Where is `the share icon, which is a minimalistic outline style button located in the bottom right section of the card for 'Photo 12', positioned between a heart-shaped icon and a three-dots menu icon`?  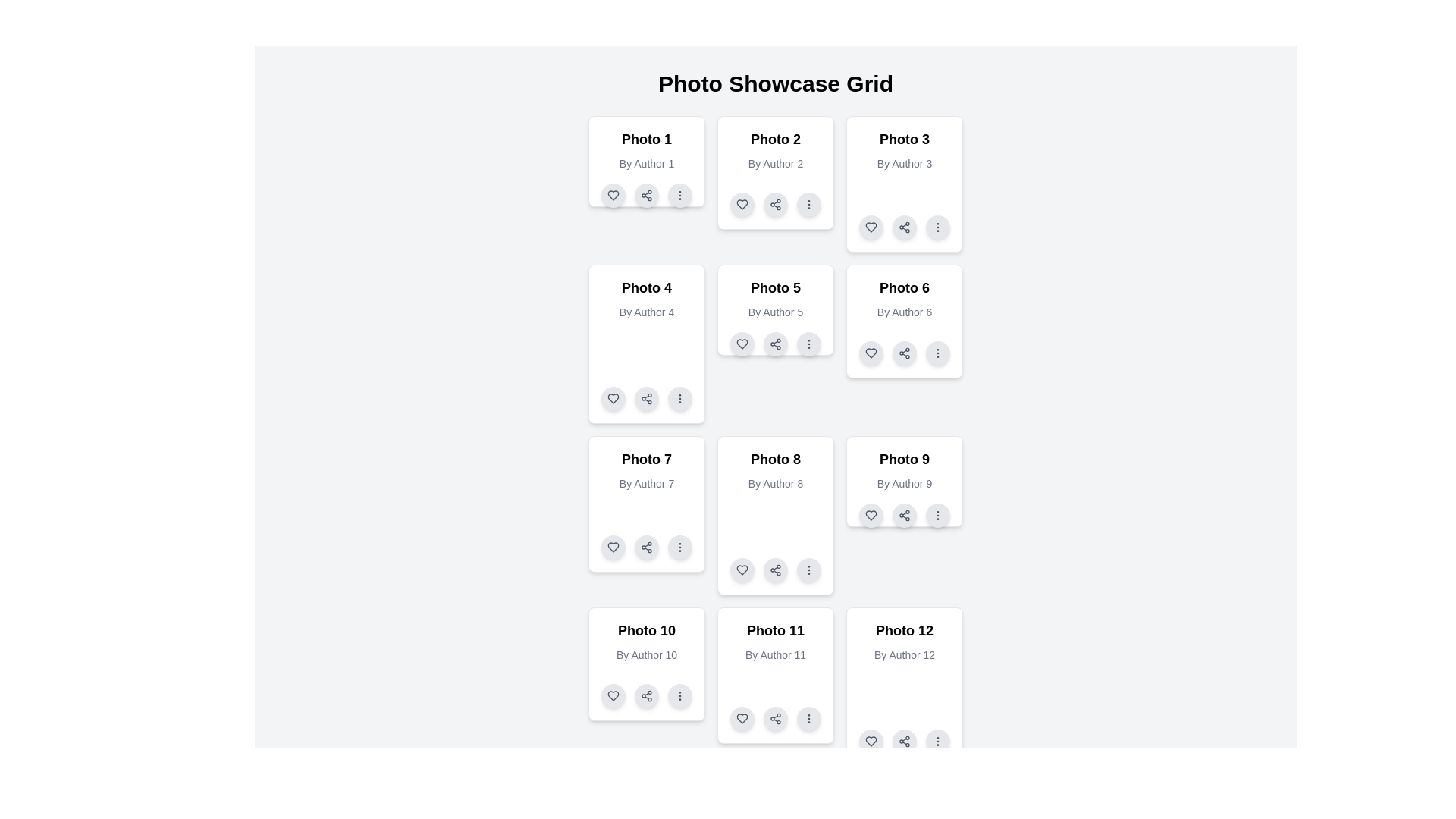
the share icon, which is a minimalistic outline style button located in the bottom right section of the card for 'Photo 12', positioned between a heart-shaped icon and a three-dots menu icon is located at coordinates (905, 741).